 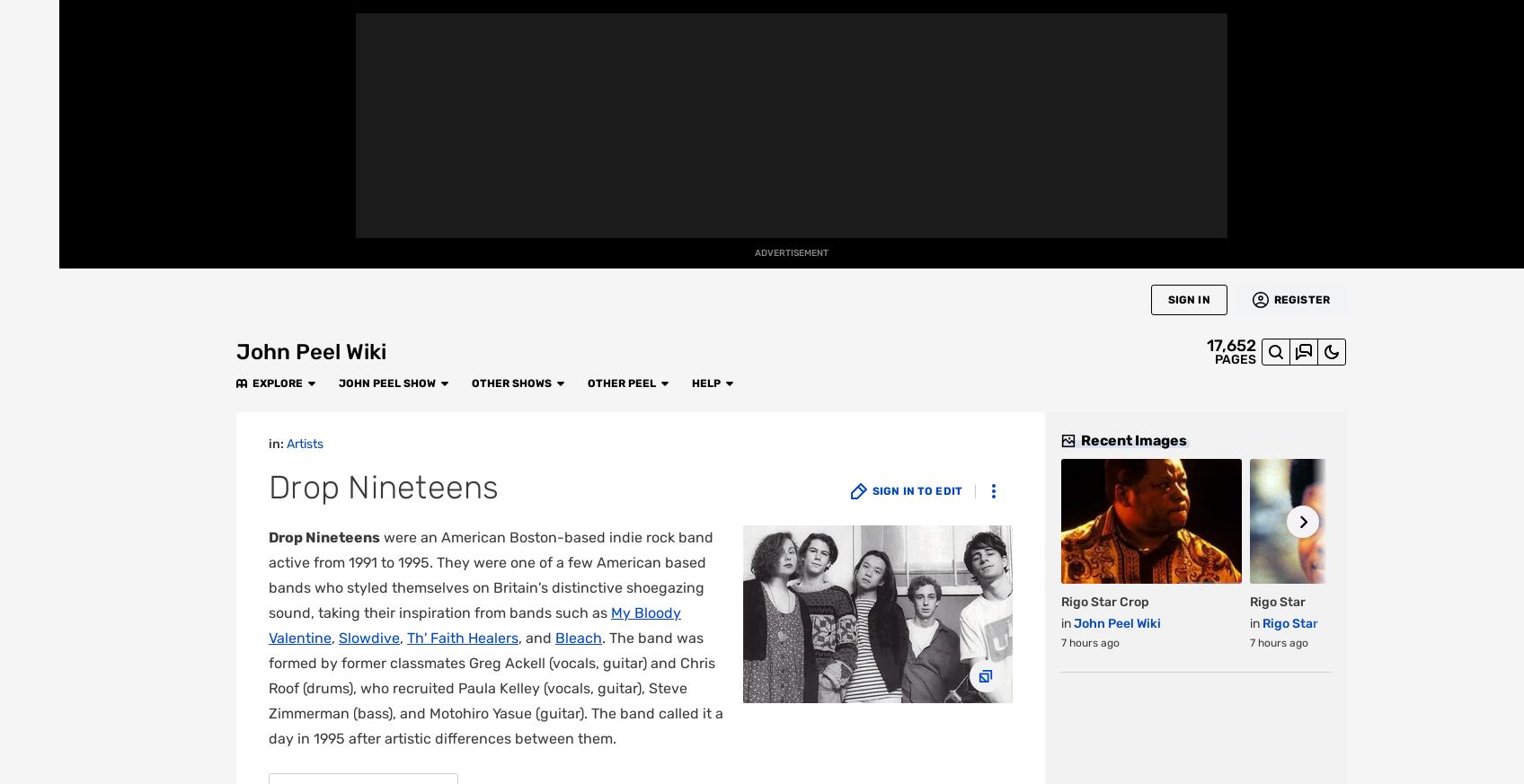 I want to click on 'TV', so click(x=29, y=450).